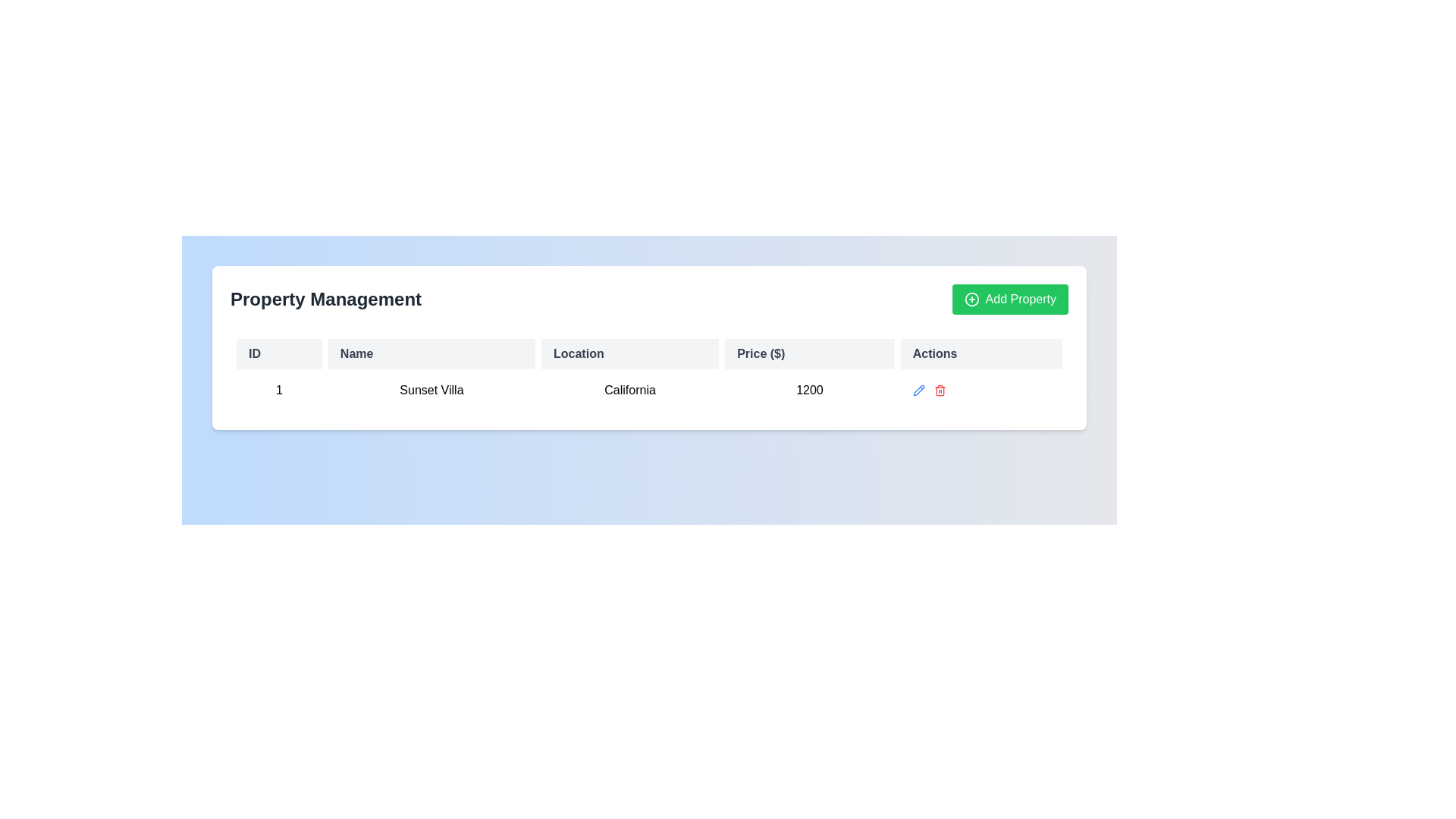 Image resolution: width=1456 pixels, height=819 pixels. Describe the element at coordinates (1010, 299) in the screenshot. I see `the 'Add Property' button with rounded corners and a green background to outline it` at that location.